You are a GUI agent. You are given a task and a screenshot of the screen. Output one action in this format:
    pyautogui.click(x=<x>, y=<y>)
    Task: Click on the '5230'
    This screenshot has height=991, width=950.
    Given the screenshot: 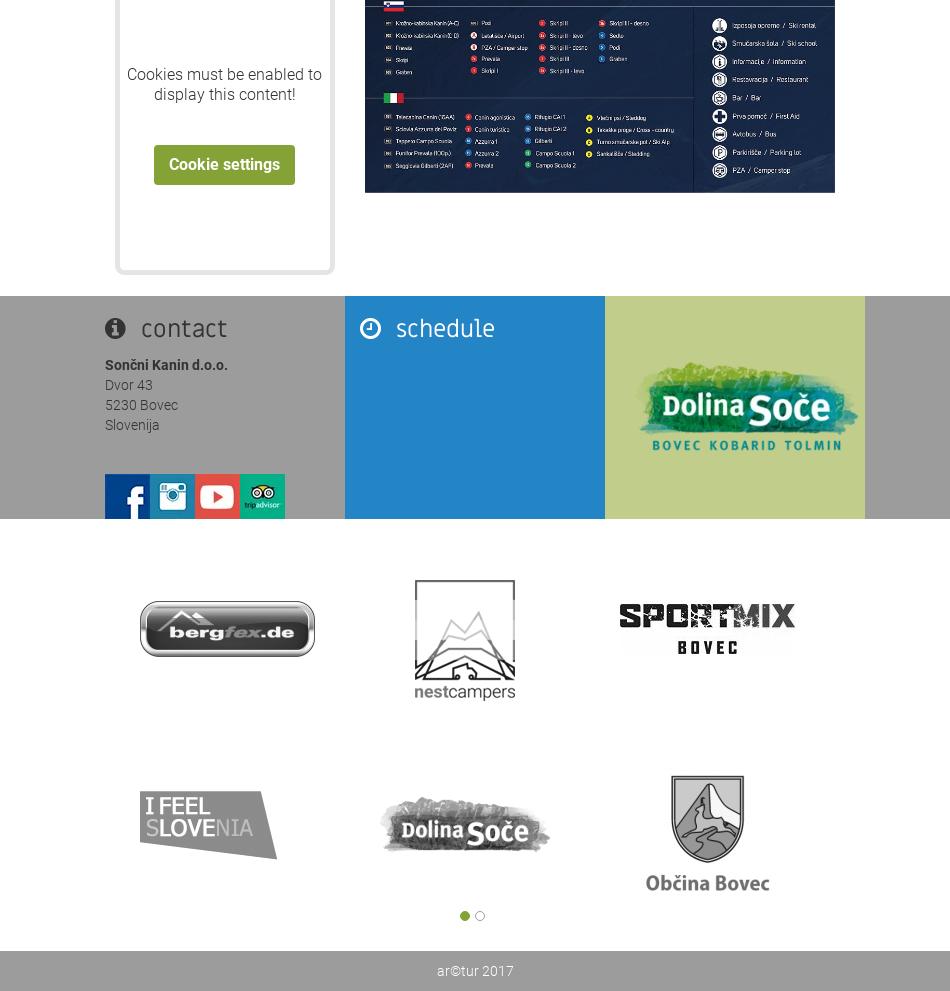 What is the action you would take?
    pyautogui.click(x=104, y=404)
    